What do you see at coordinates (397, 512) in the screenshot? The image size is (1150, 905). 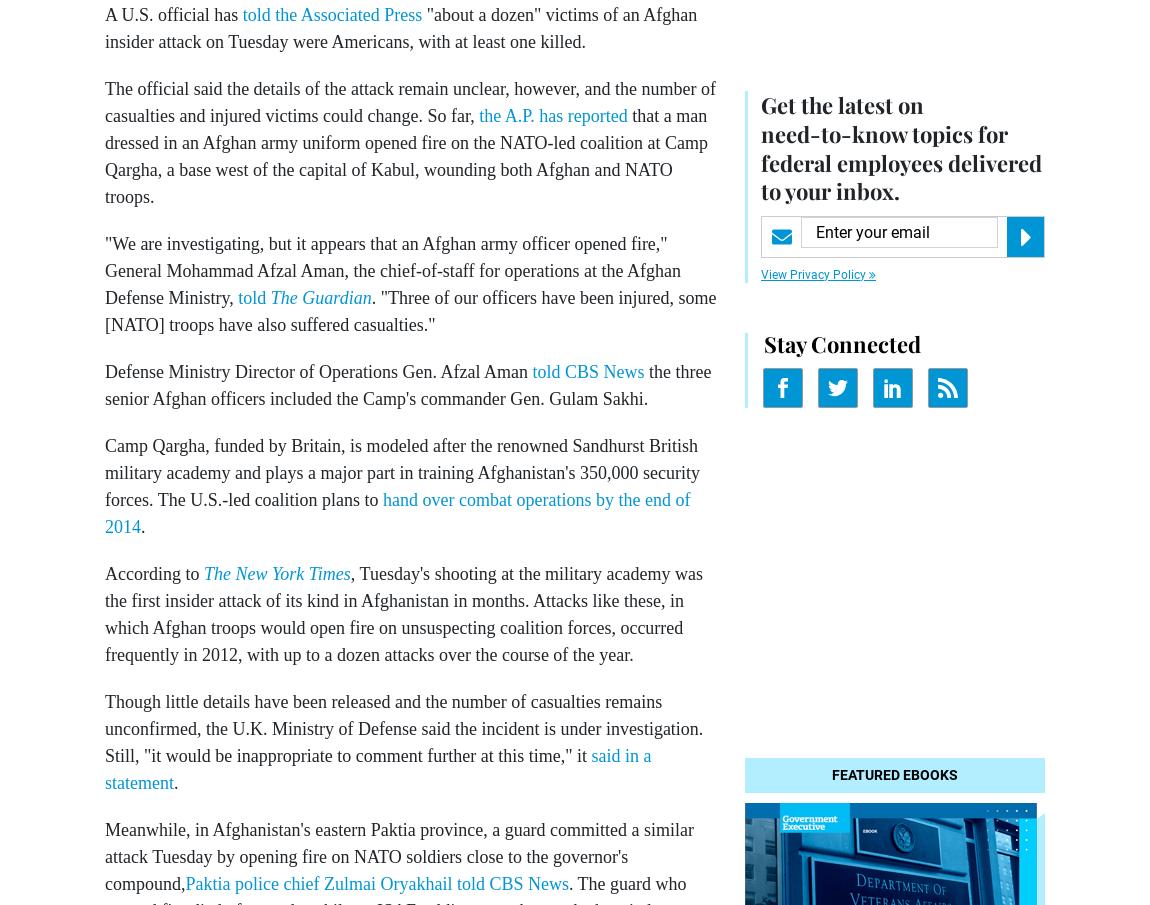 I see `'hand over combat operations by the end of 2014'` at bounding box center [397, 512].